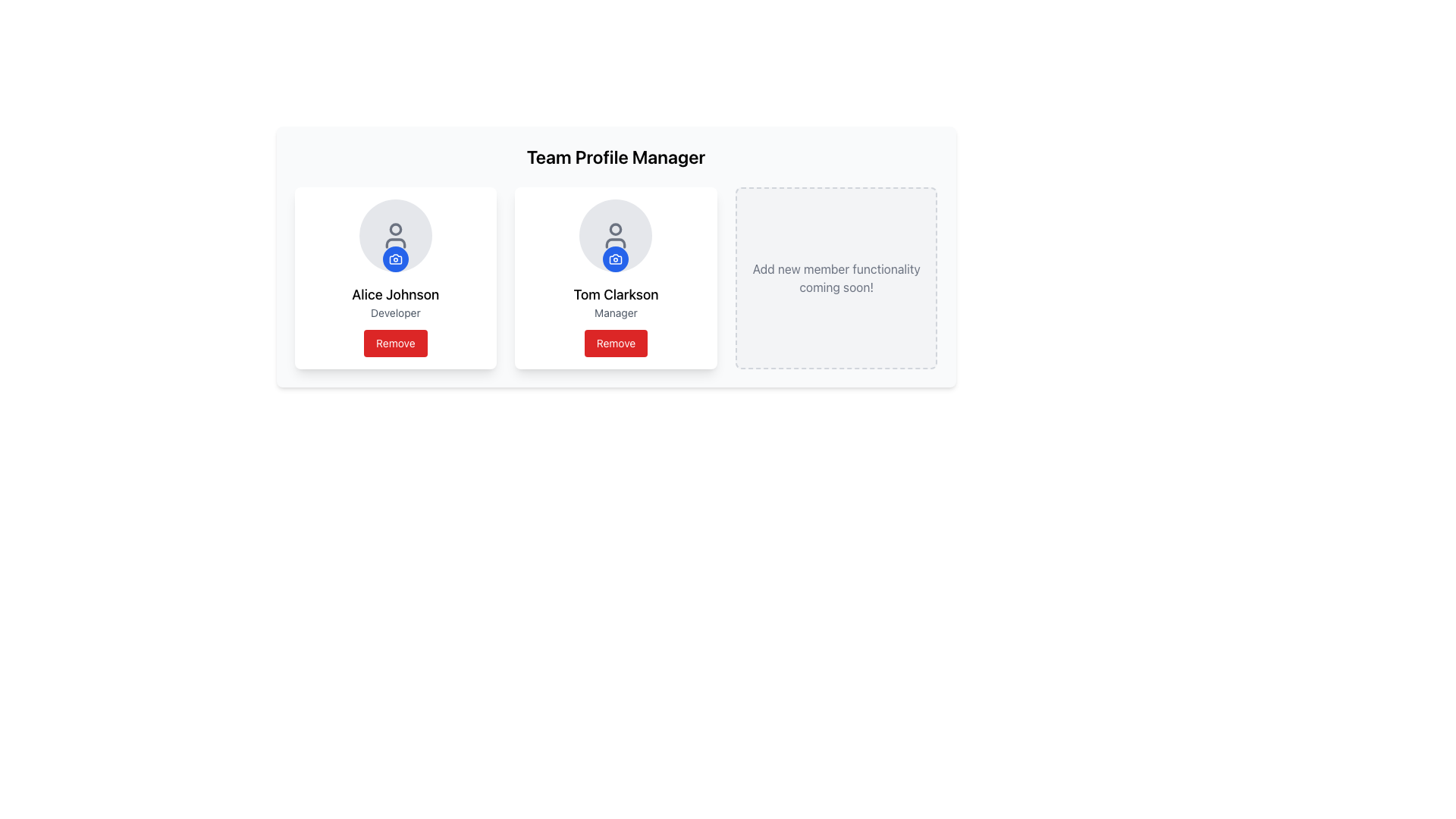 The width and height of the screenshot is (1456, 819). Describe the element at coordinates (395, 259) in the screenshot. I see `the button with a camera icon located at the bottom center of Alice Johnson's user card` at that location.